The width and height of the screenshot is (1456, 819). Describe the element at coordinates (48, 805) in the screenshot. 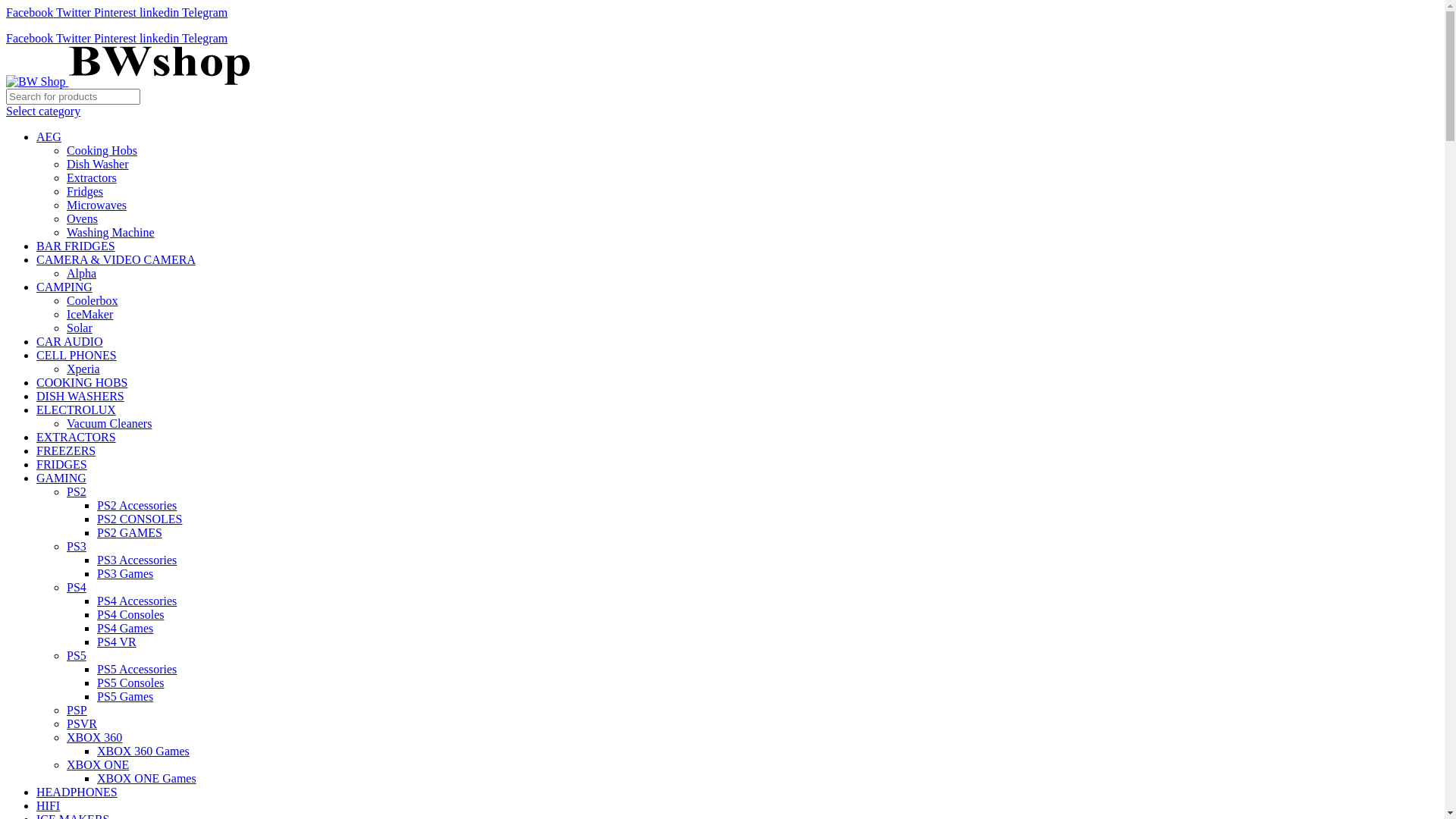

I see `'HIFI'` at that location.